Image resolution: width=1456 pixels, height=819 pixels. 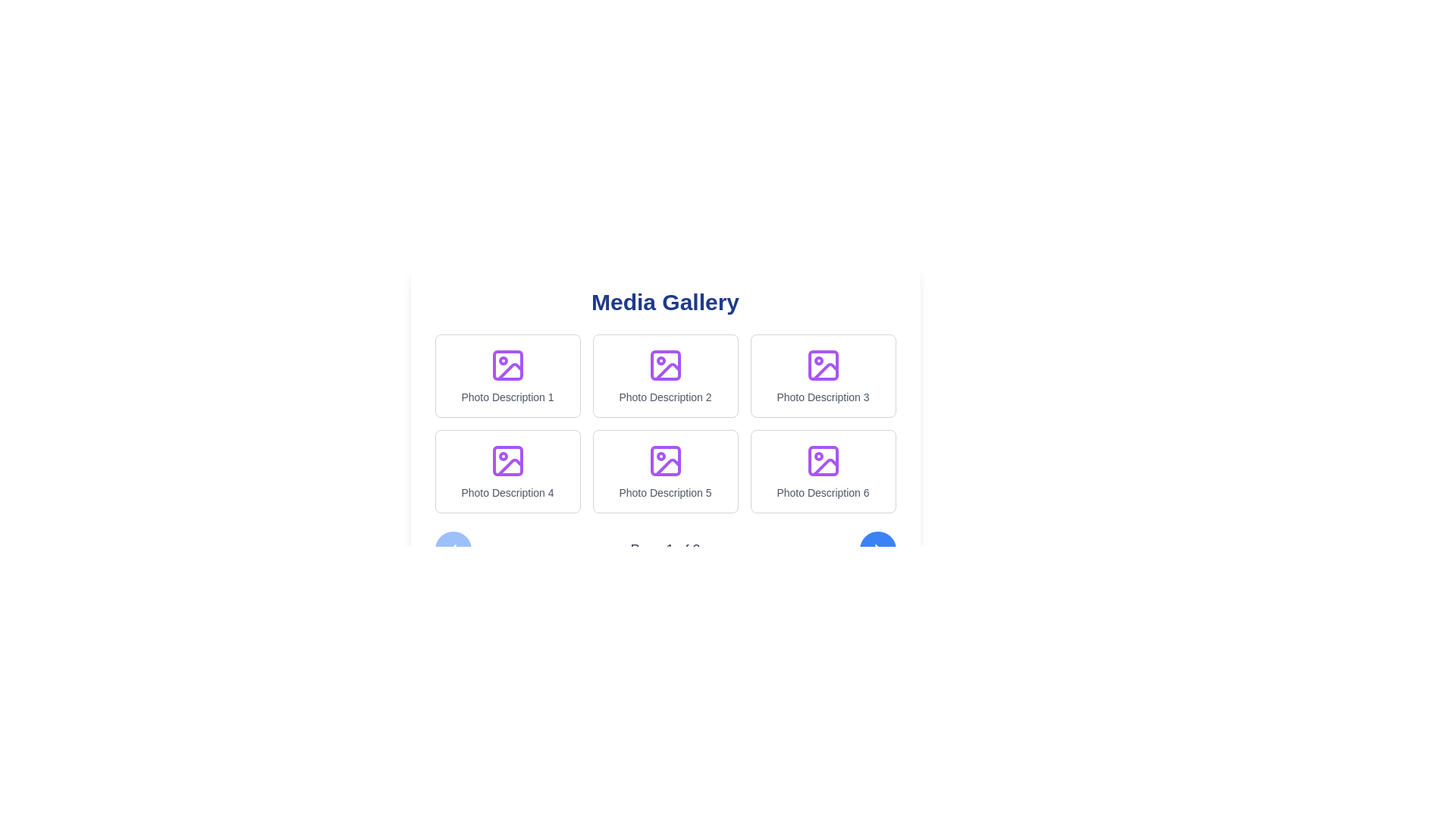 I want to click on the text label that displays the current page number and total pages, located at the horizontal center of the page, below the photo description elements, between two circular blue buttons, so click(x=665, y=550).